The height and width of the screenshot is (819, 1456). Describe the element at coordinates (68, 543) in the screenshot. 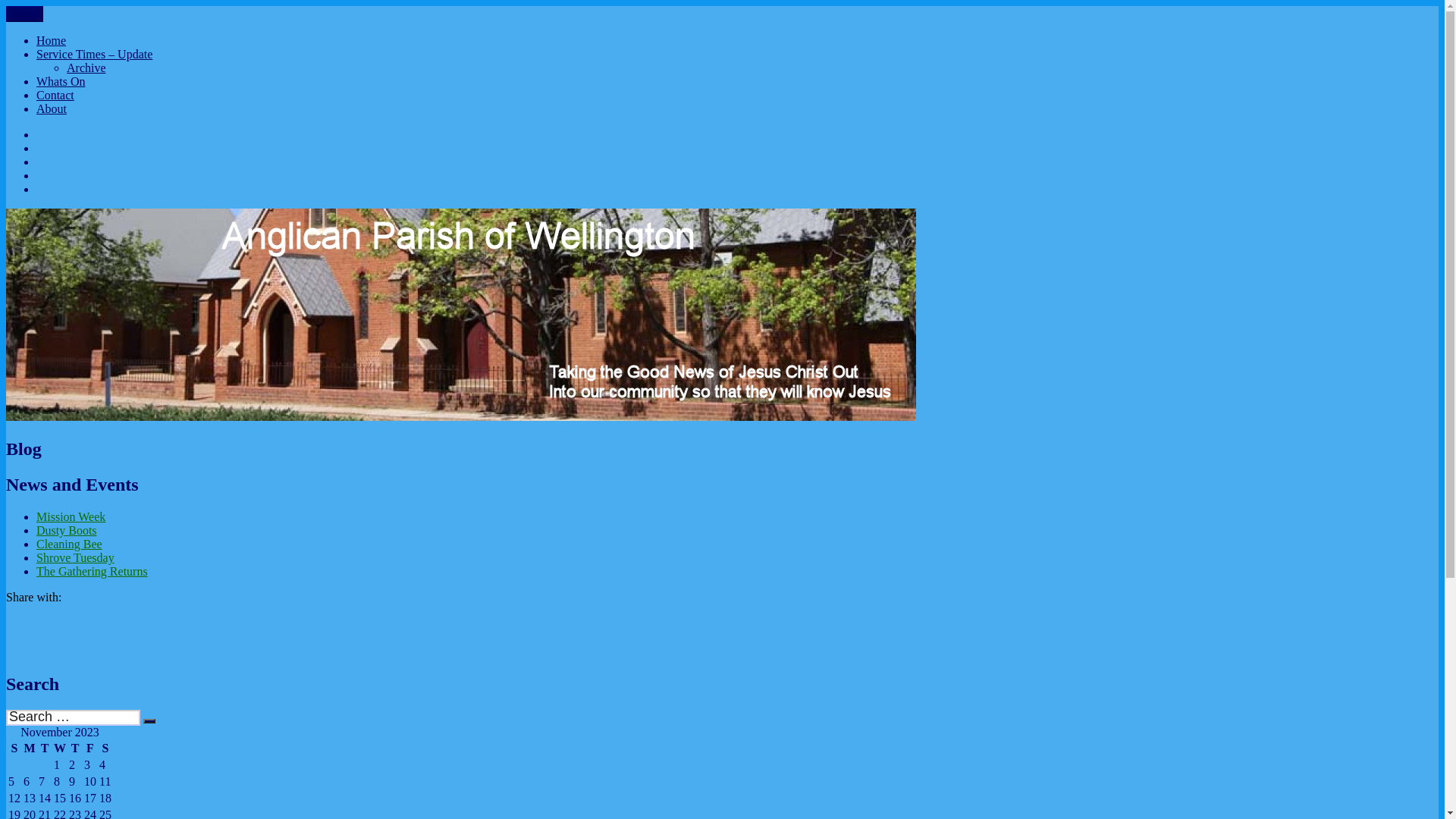

I see `'Cleaning Bee'` at that location.